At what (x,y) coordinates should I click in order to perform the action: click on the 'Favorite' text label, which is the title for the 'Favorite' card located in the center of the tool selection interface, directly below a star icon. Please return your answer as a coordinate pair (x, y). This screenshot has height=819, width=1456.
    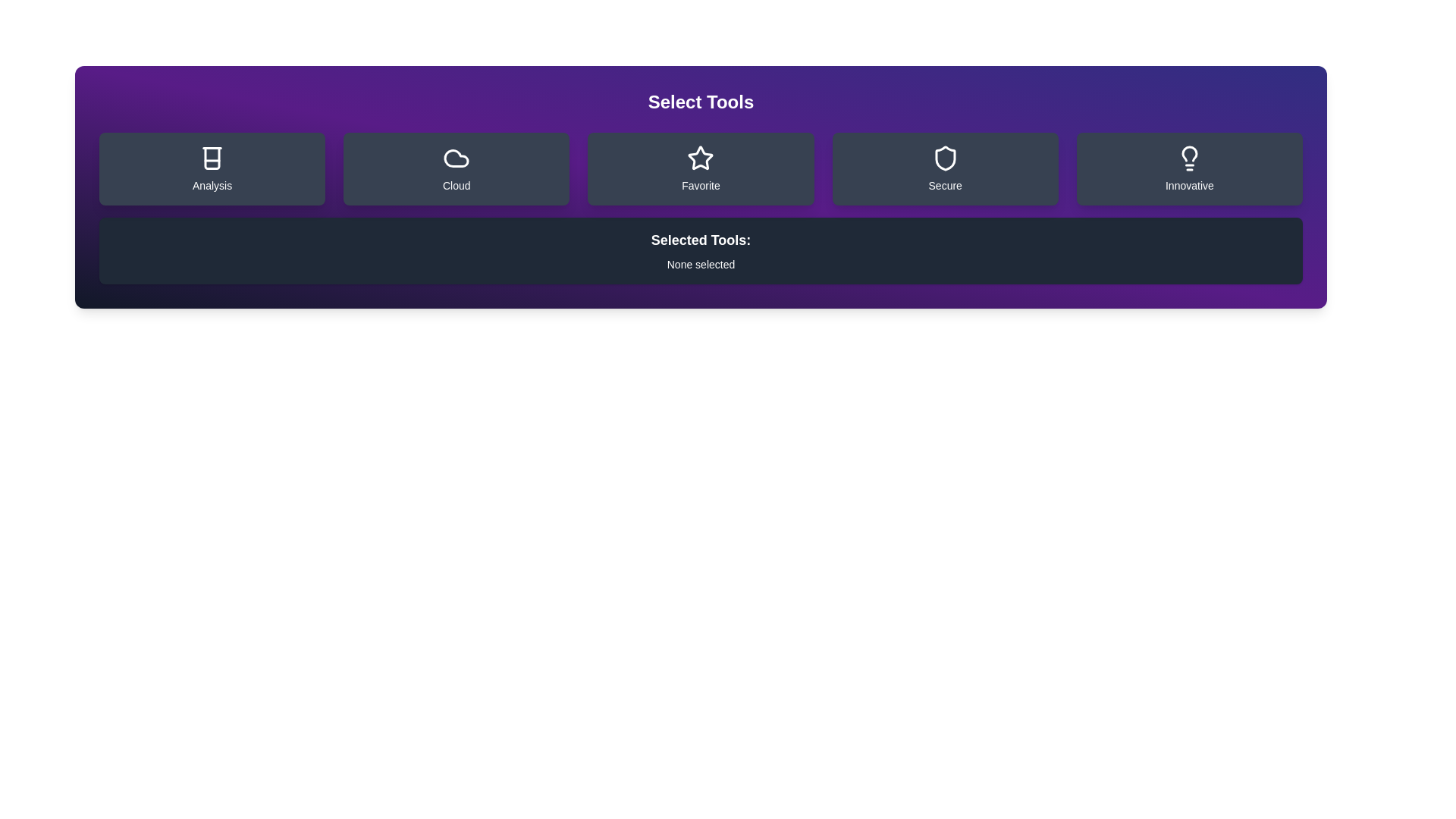
    Looking at the image, I should click on (700, 185).